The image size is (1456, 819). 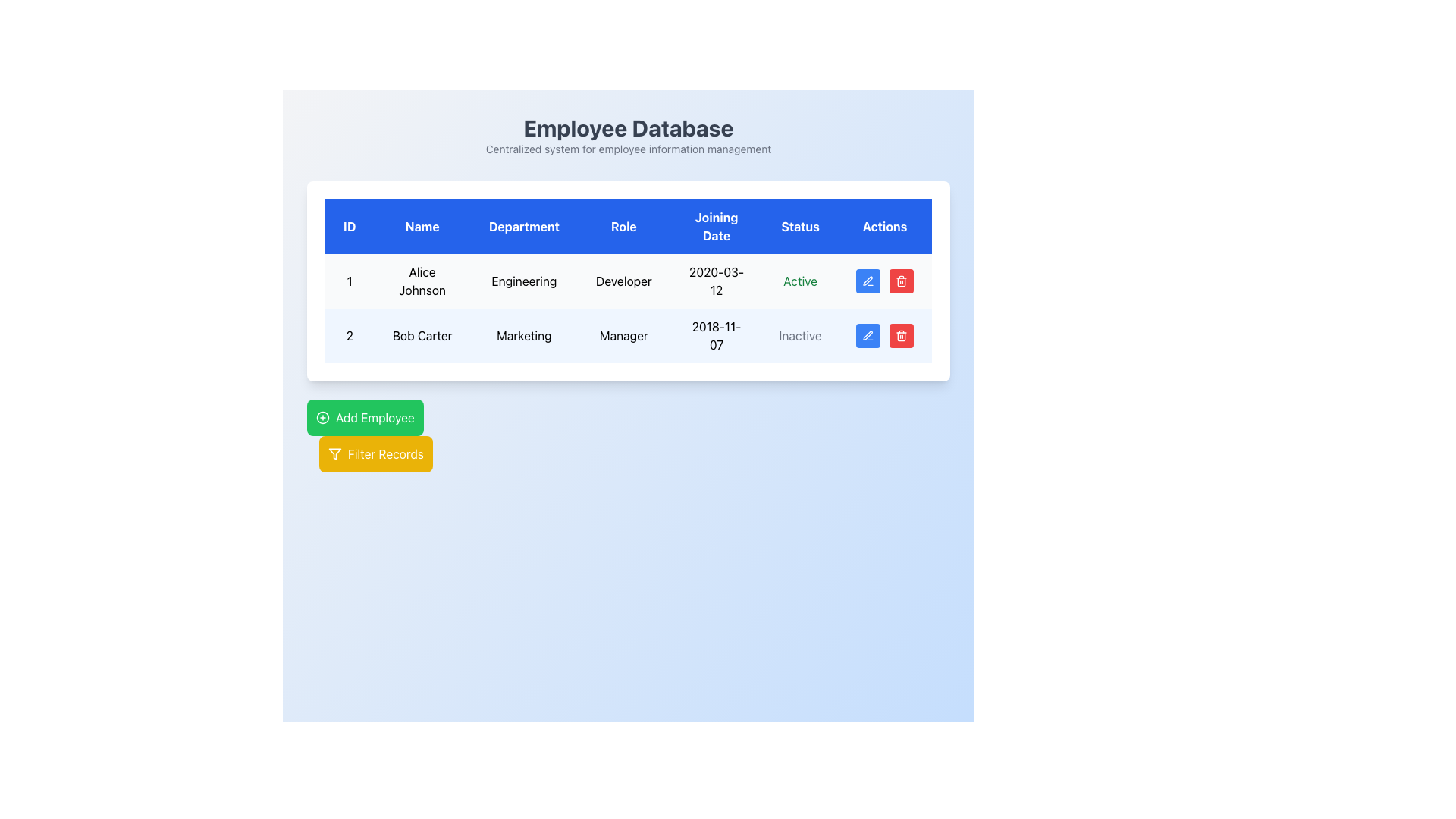 What do you see at coordinates (422, 281) in the screenshot?
I see `the text label displaying 'Alice Johnson' in the second column of the first row of the table, which provides identifying information for that row` at bounding box center [422, 281].